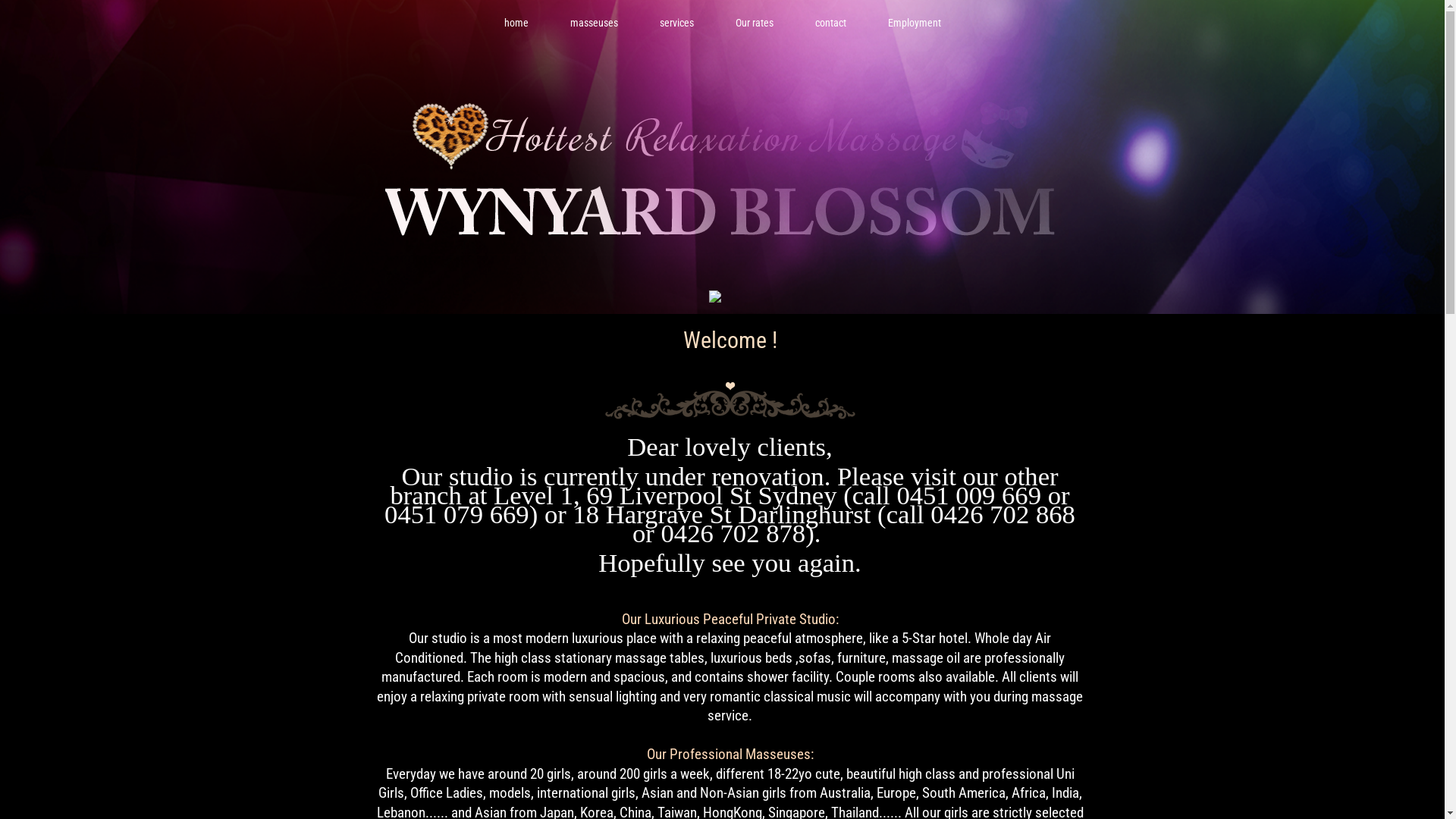  Describe the element at coordinates (829, 23) in the screenshot. I see `'contact'` at that location.